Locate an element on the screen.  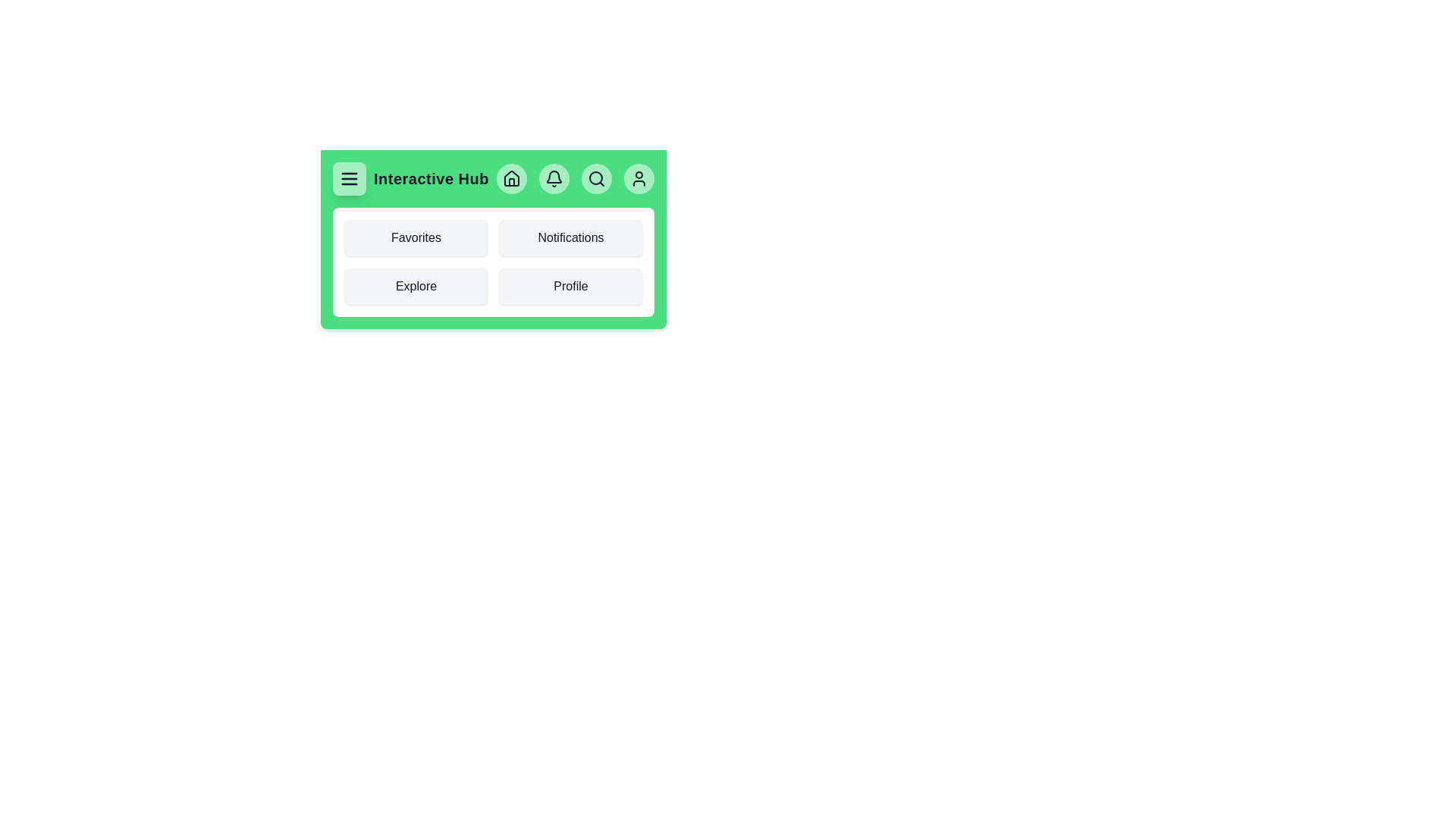
menu button to toggle the menu visibility is located at coordinates (348, 177).